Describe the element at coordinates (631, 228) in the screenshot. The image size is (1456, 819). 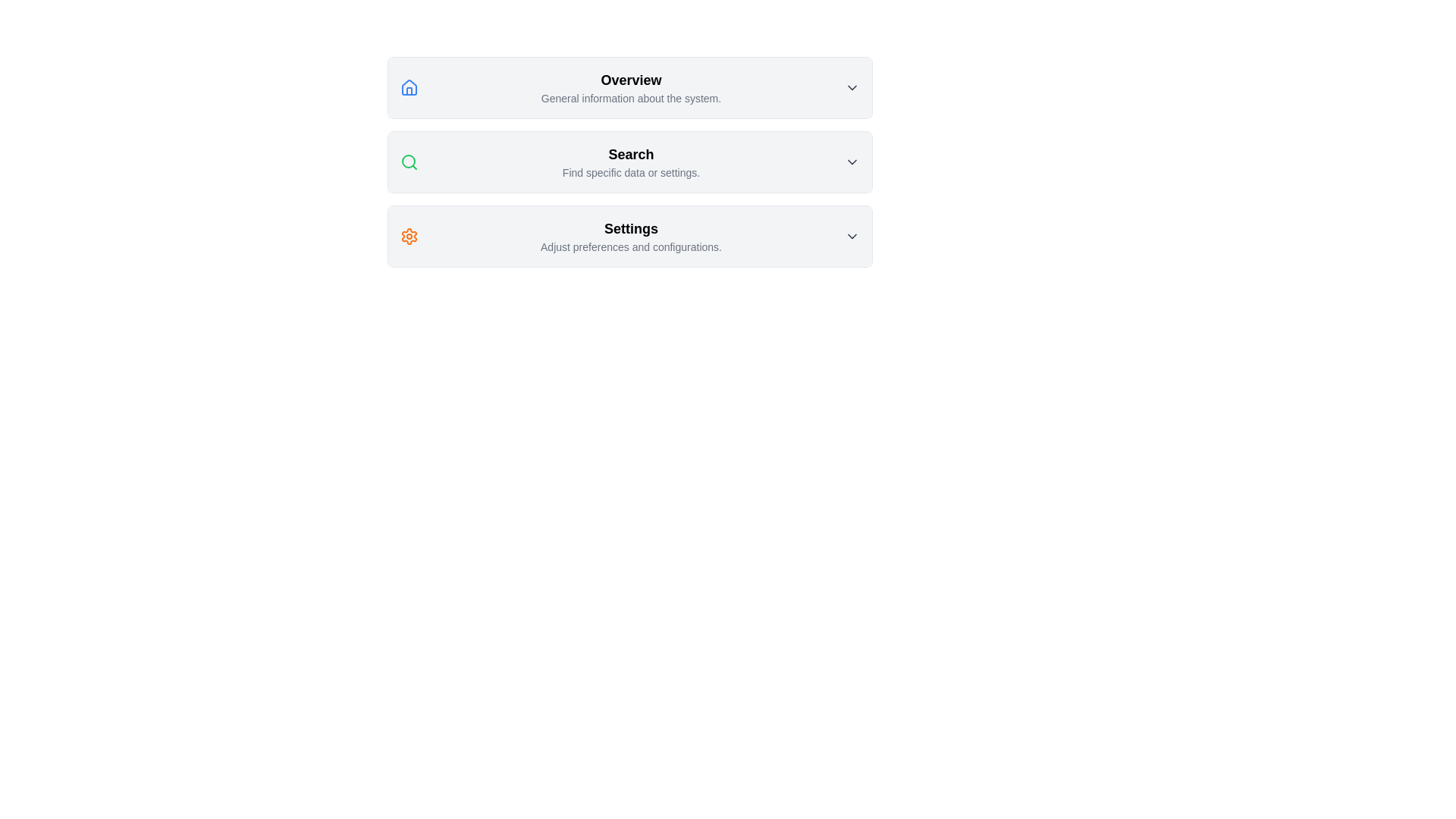
I see `the 'Settings' title text label, which is positioned above the text 'Adjust preferences and configurations'` at that location.